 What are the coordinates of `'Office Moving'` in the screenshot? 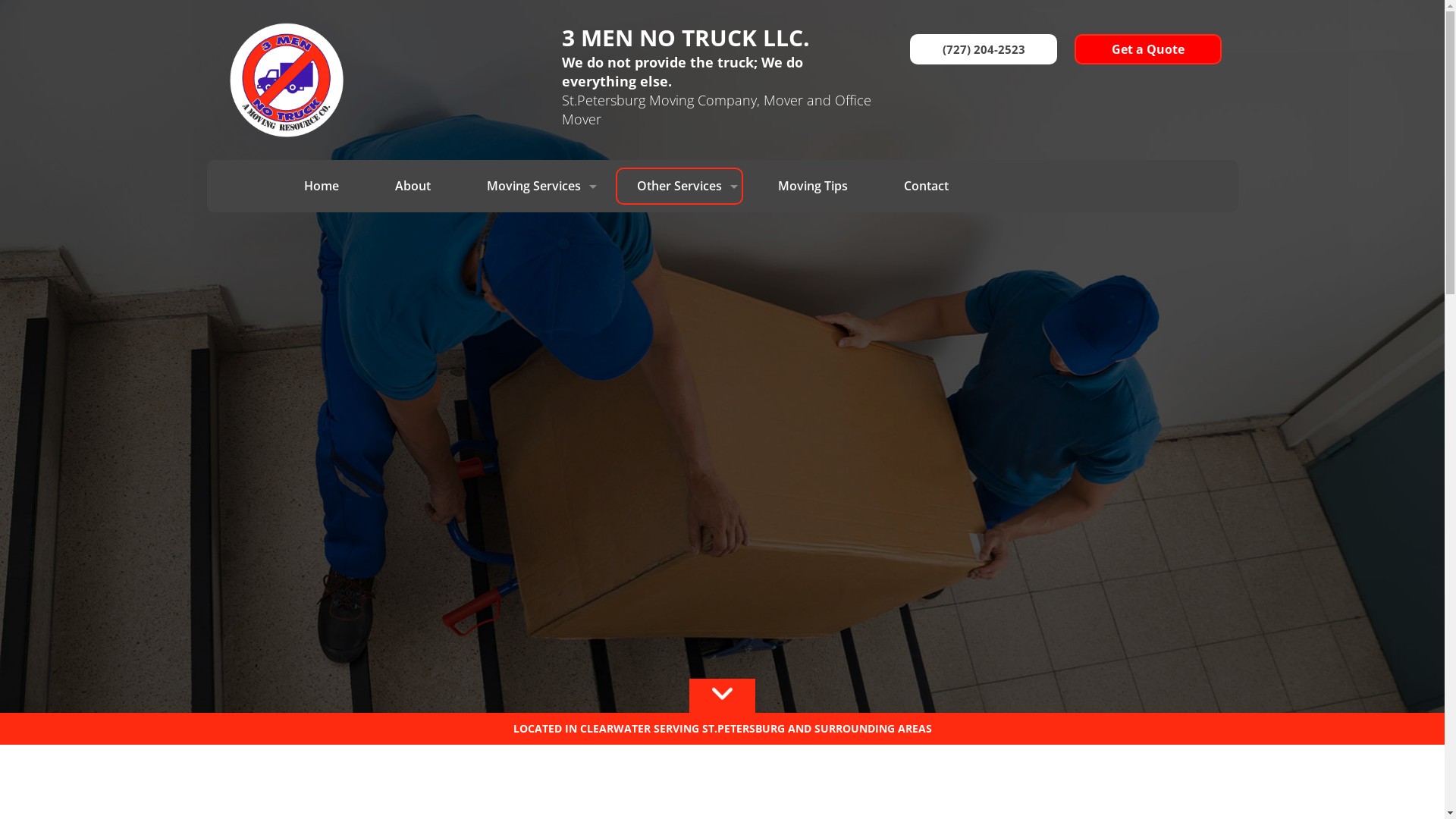 It's located at (534, 371).